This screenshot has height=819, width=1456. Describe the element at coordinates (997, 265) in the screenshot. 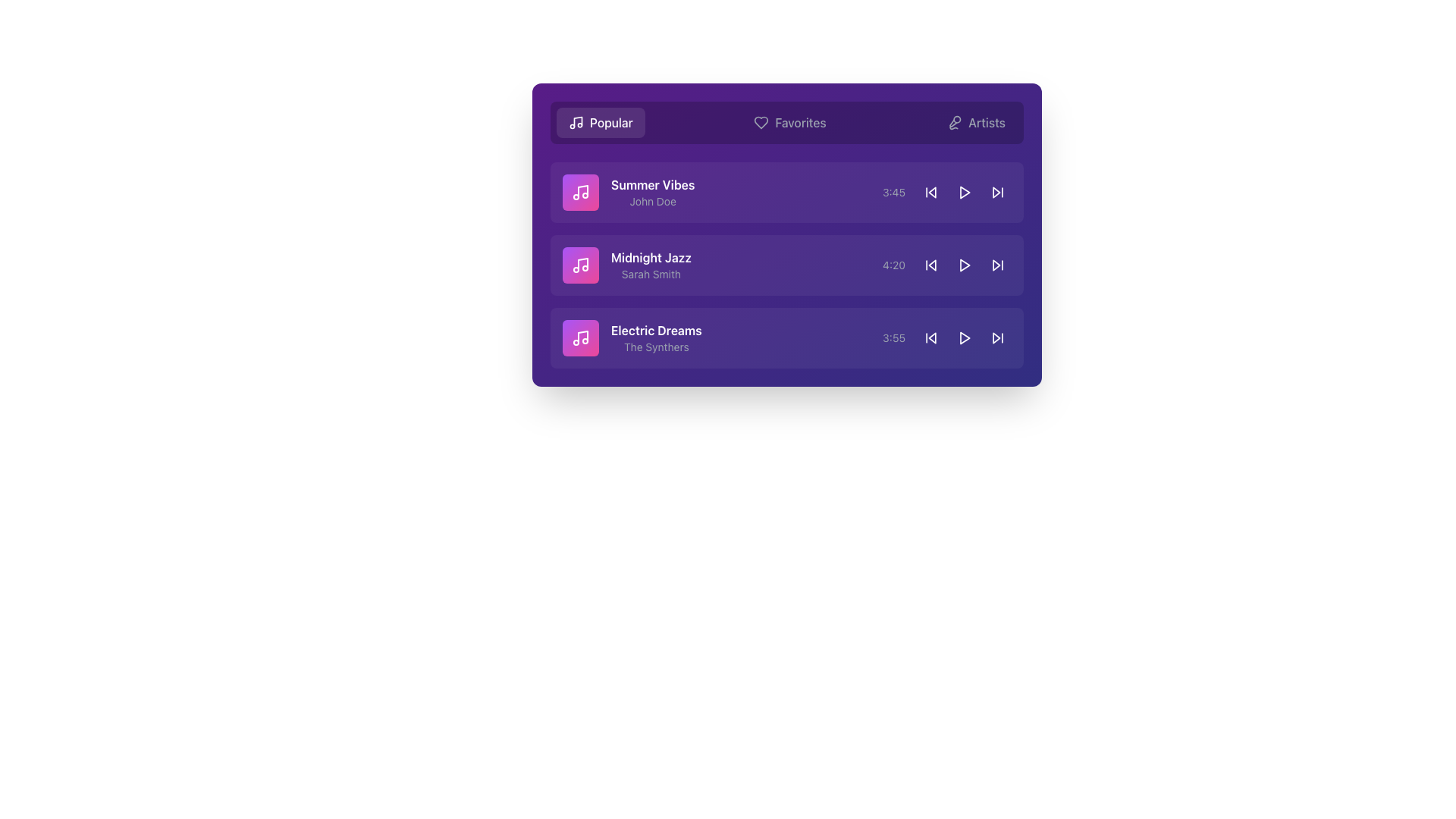

I see `the circular button with a forward icon to skip to the next track` at that location.